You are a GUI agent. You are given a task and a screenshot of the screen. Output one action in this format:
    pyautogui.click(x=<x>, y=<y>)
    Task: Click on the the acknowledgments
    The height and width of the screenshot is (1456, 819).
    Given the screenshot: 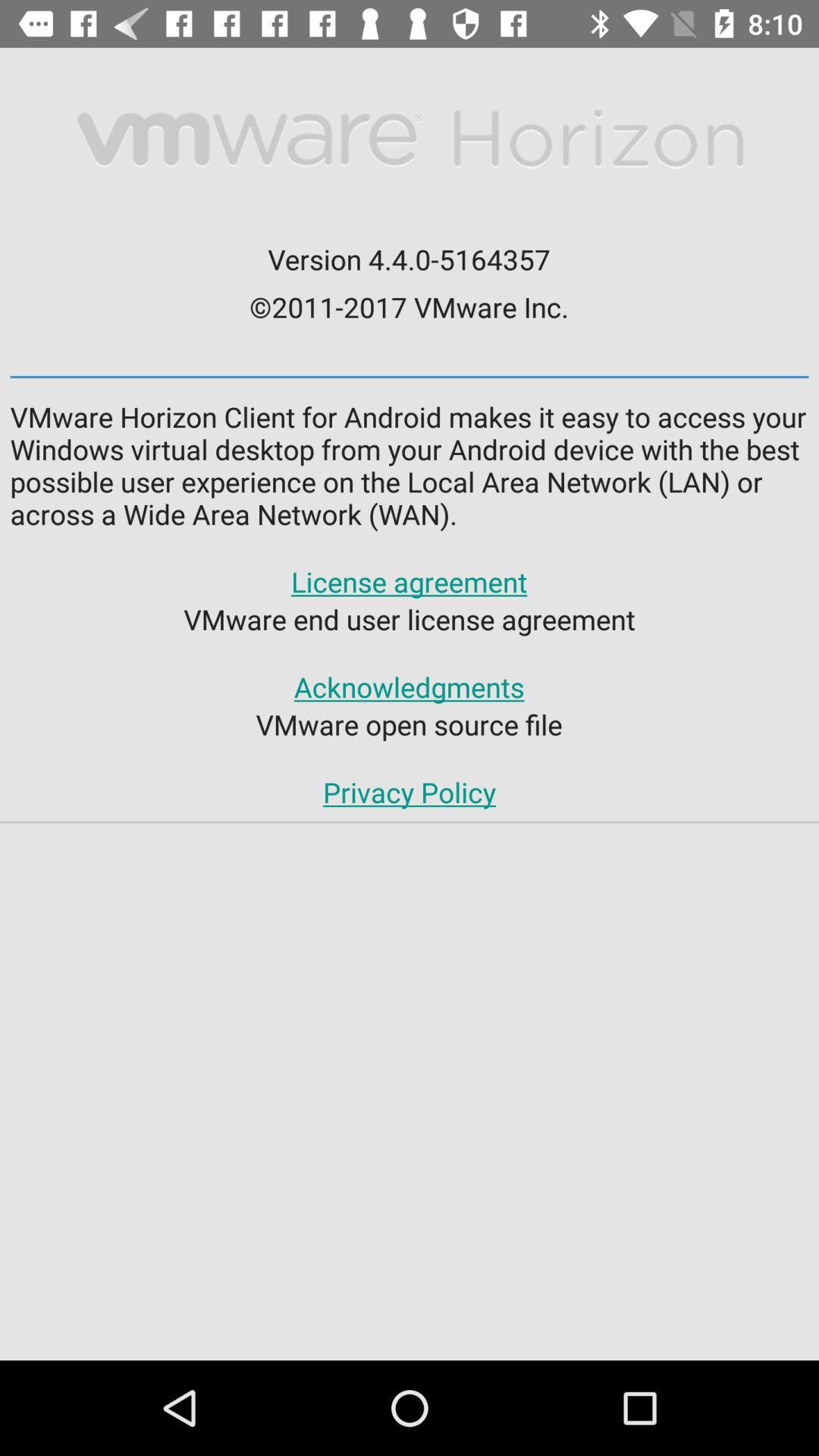 What is the action you would take?
    pyautogui.click(x=408, y=686)
    